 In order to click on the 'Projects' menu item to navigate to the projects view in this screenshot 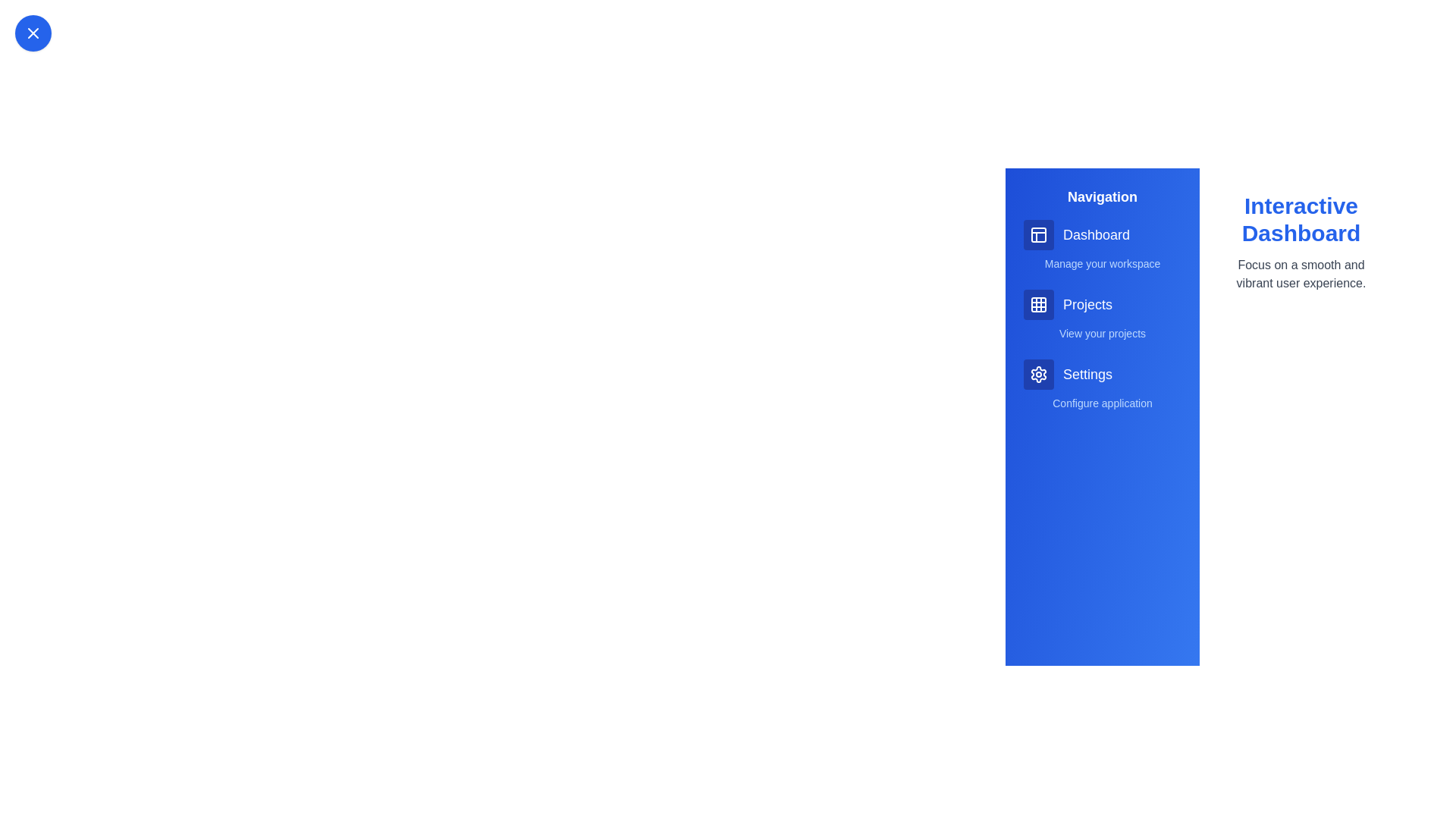, I will do `click(1103, 304)`.